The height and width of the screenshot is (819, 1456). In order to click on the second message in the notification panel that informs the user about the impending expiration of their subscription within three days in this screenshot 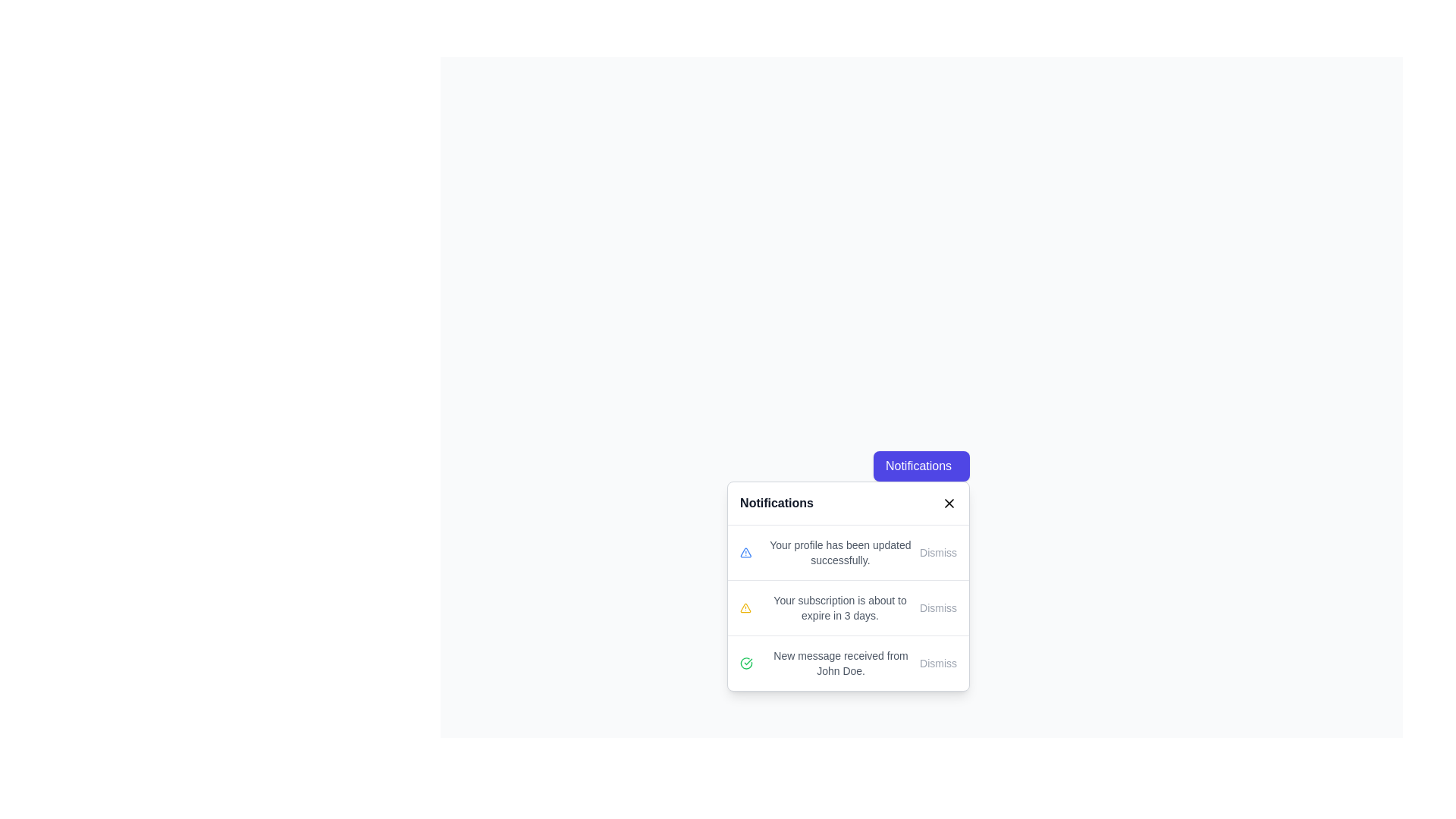, I will do `click(839, 607)`.